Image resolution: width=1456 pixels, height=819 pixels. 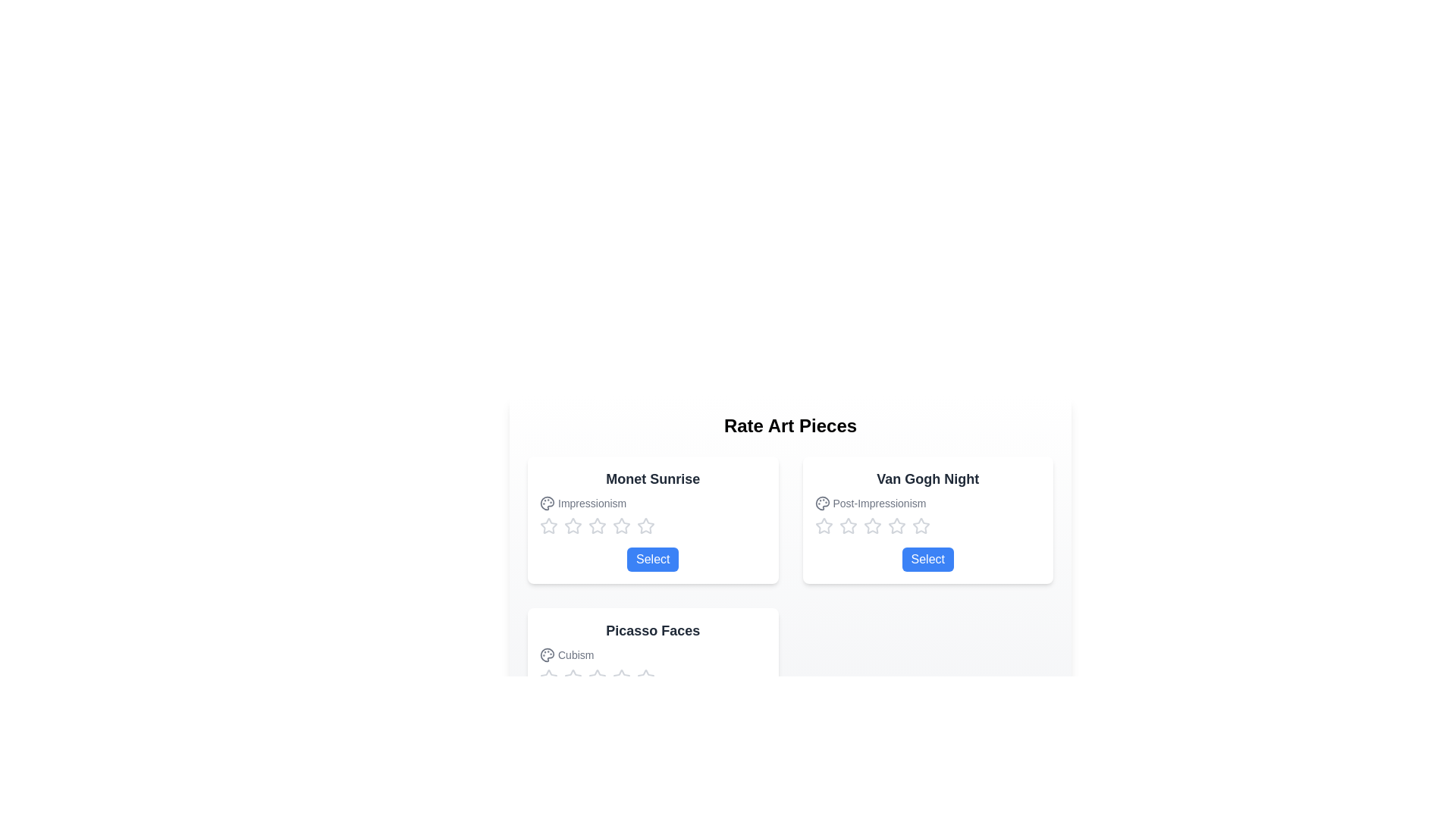 What do you see at coordinates (622, 526) in the screenshot?
I see `the fifth rating star below the title 'Monet Sunrise' and subtitle 'Impressionism'` at bounding box center [622, 526].